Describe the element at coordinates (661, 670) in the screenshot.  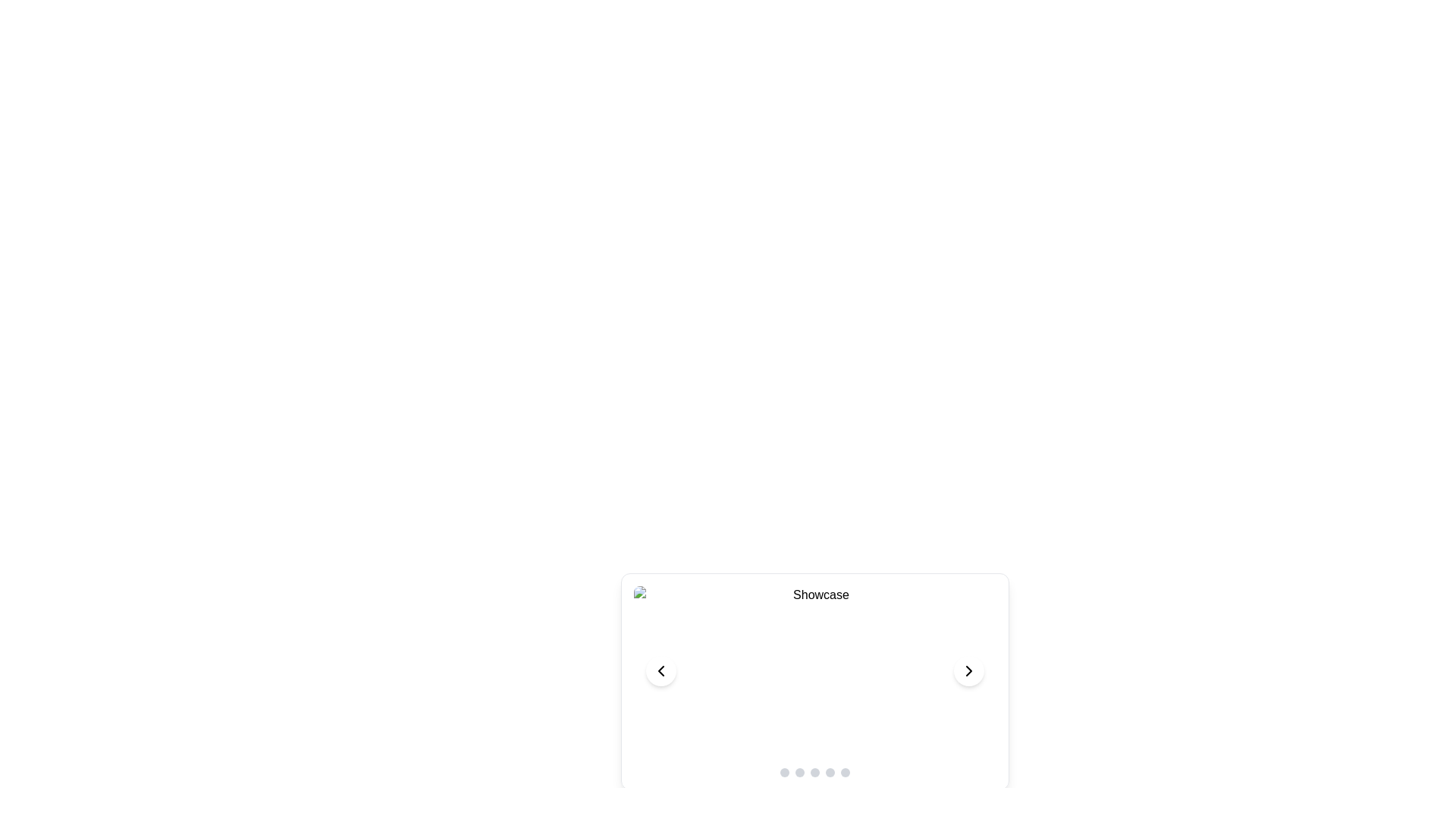
I see `the left navigation button of the carousel, which allows users to move to the previous item in the slideshow` at that location.